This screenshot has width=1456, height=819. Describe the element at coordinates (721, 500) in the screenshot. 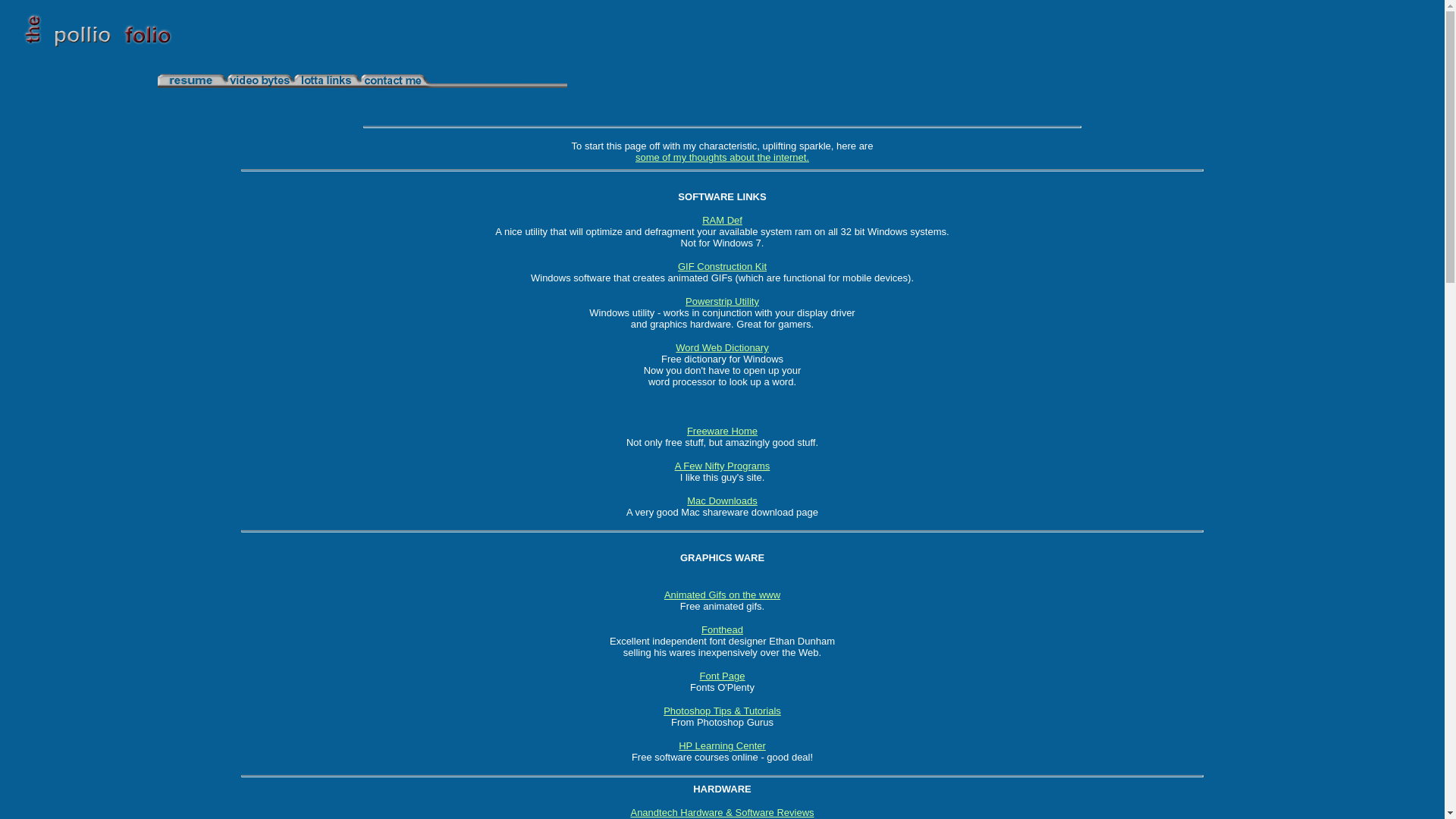

I see `'Mac Downloads'` at that location.